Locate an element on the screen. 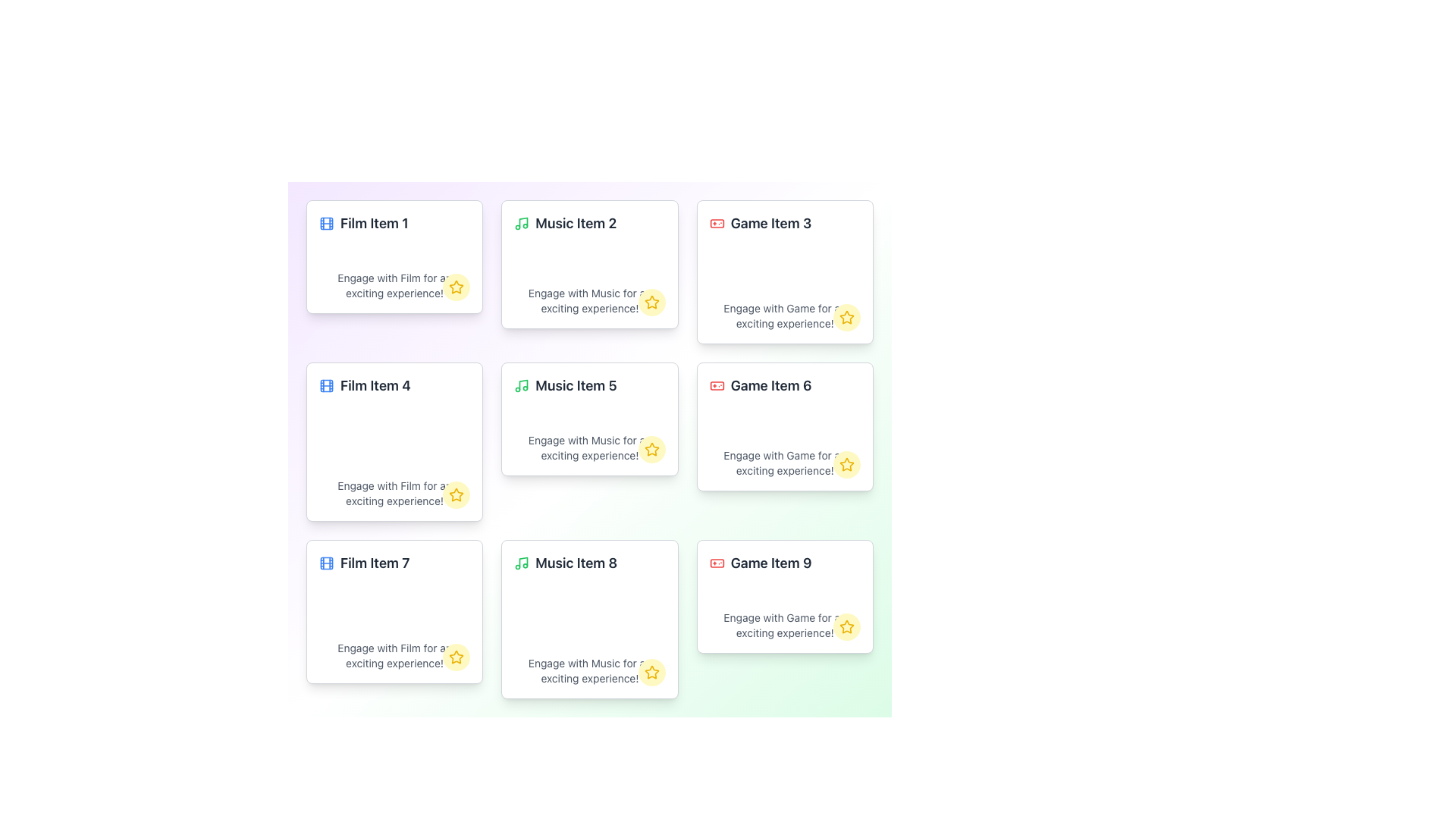 Image resolution: width=1456 pixels, height=819 pixels. the game item card located in the upper-right section of the grid, which is the third card in the top row is located at coordinates (785, 271).